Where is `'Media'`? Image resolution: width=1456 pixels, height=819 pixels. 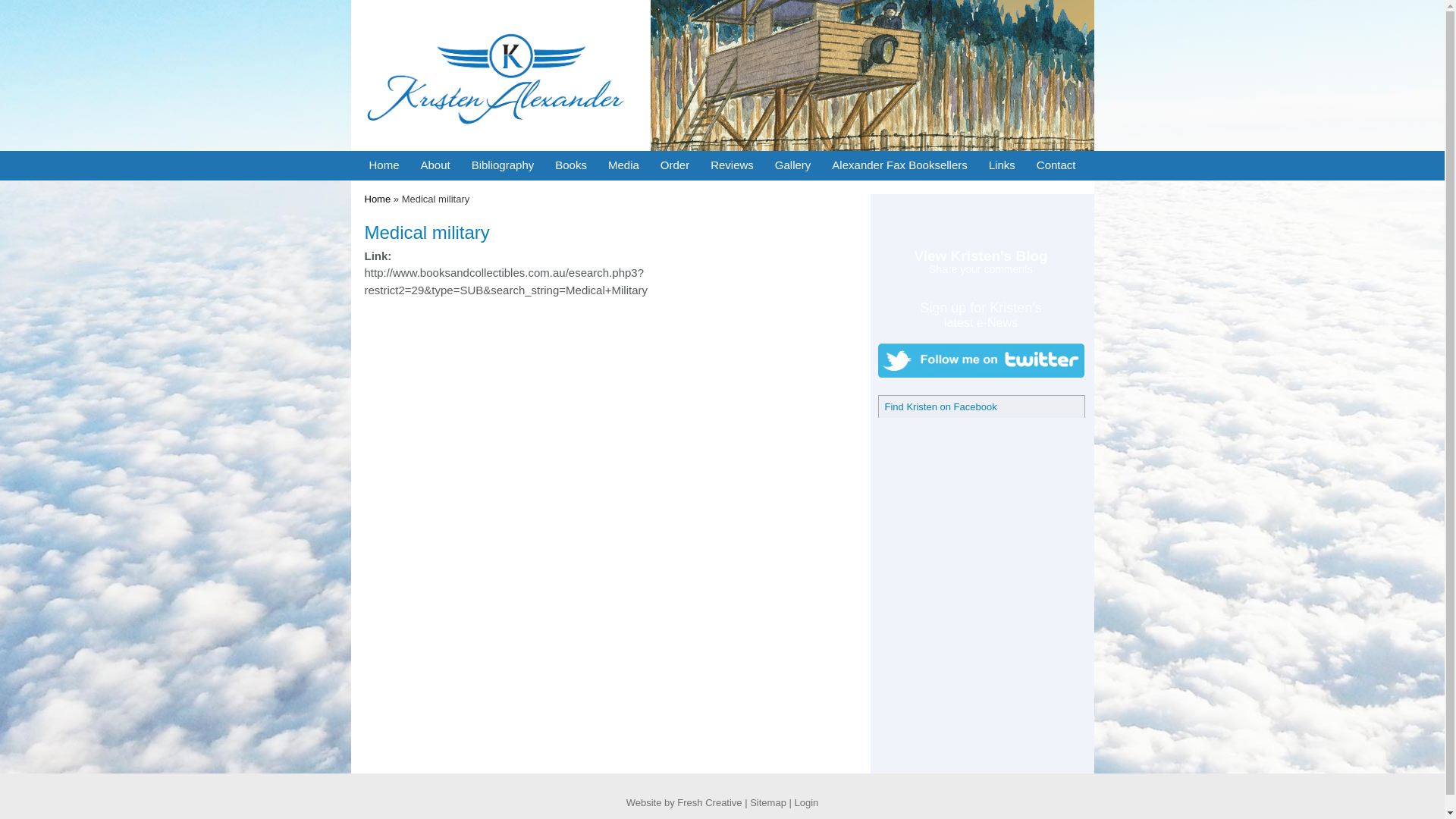
'Media' is located at coordinates (623, 165).